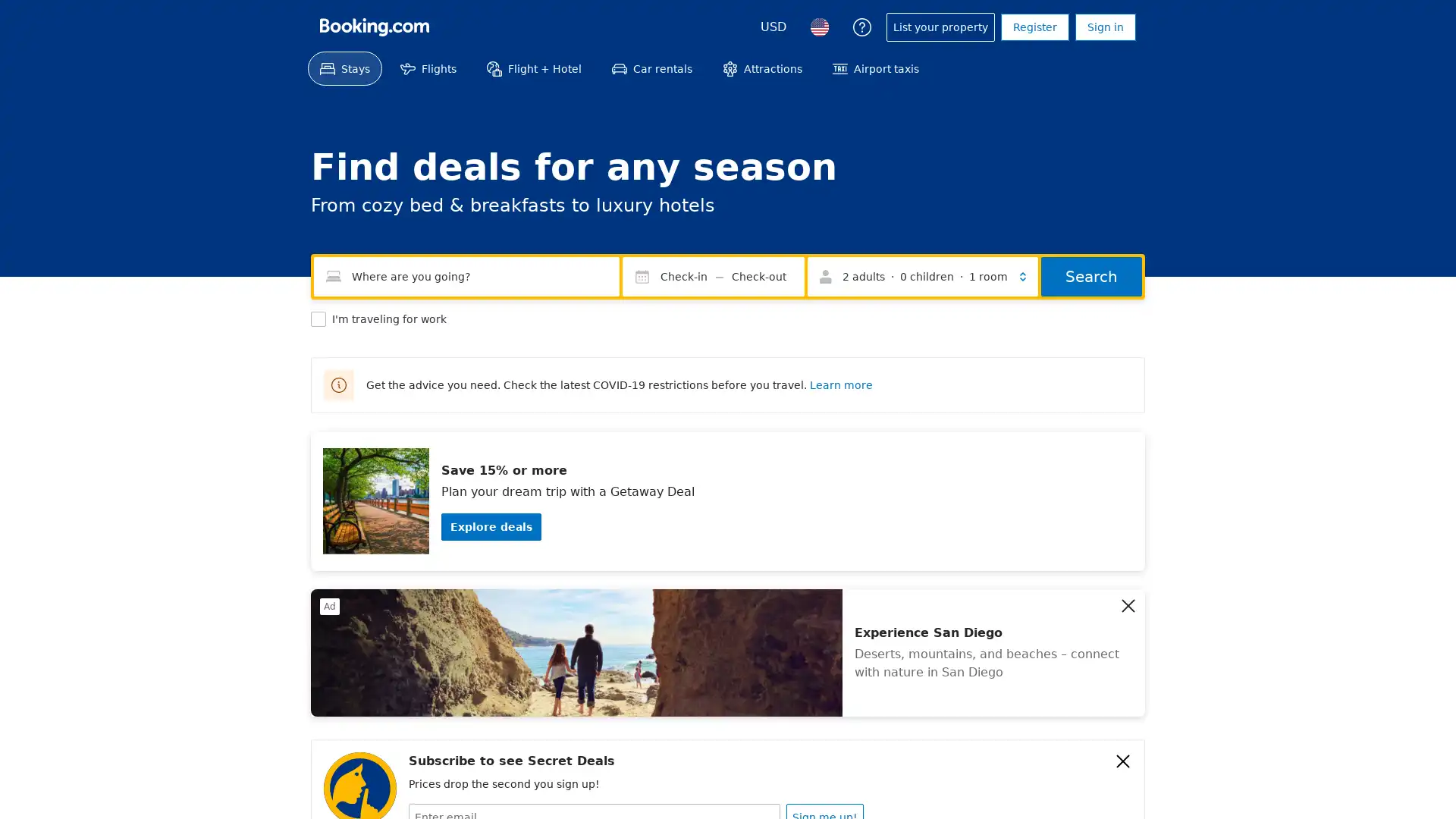  Describe the element at coordinates (773, 27) in the screenshot. I see `Choose your currency. Your current currency is U.S. Dollar` at that location.